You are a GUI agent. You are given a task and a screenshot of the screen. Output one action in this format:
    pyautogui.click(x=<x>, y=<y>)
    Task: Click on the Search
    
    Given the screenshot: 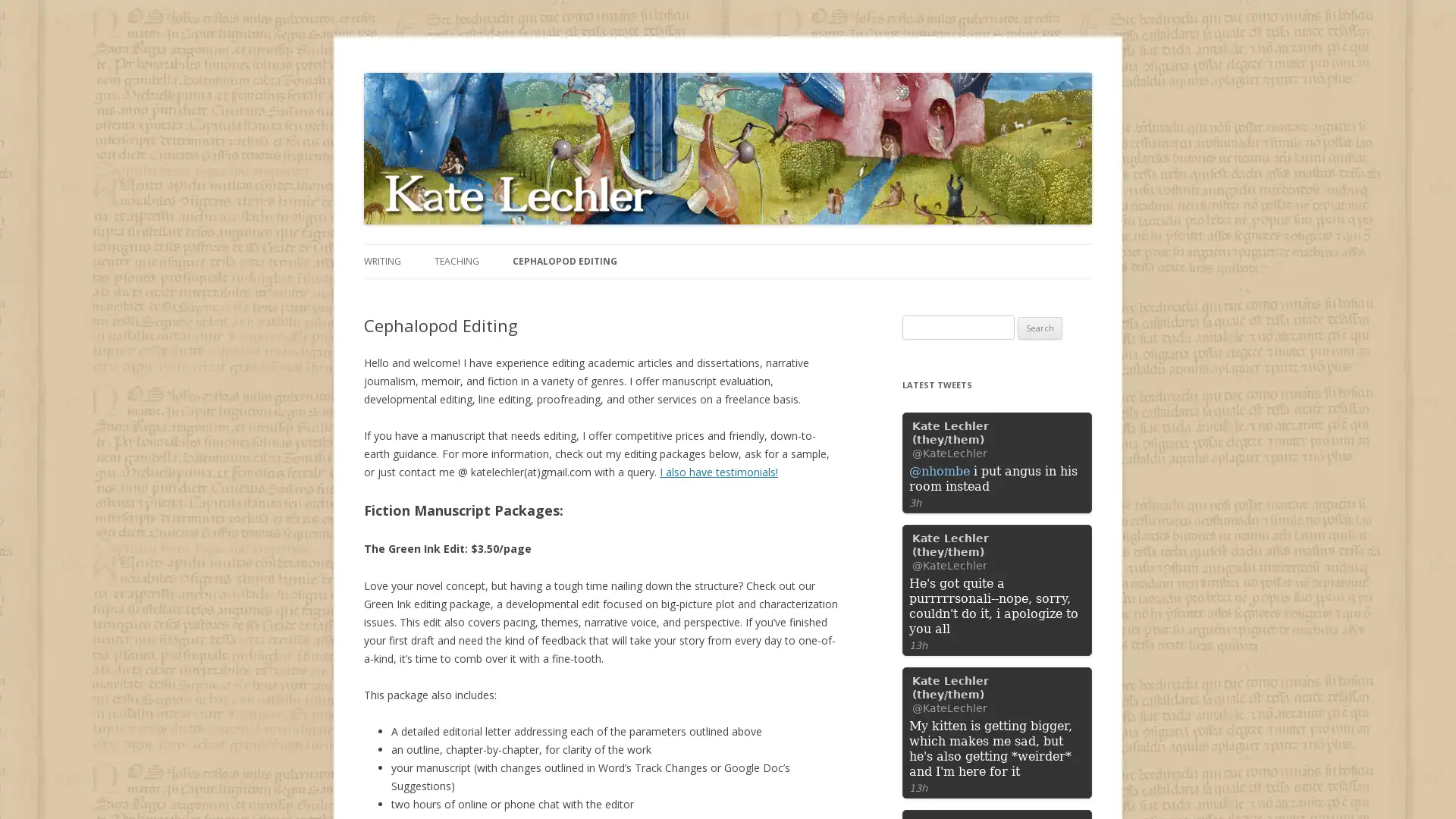 What is the action you would take?
    pyautogui.click(x=1039, y=327)
    